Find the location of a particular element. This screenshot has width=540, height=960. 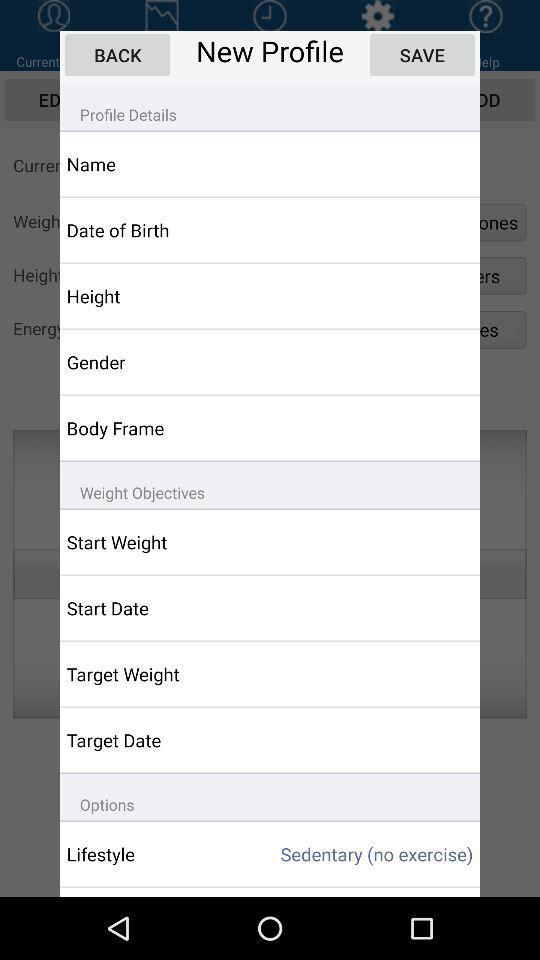

the app above body frame icon is located at coordinates (155, 361).